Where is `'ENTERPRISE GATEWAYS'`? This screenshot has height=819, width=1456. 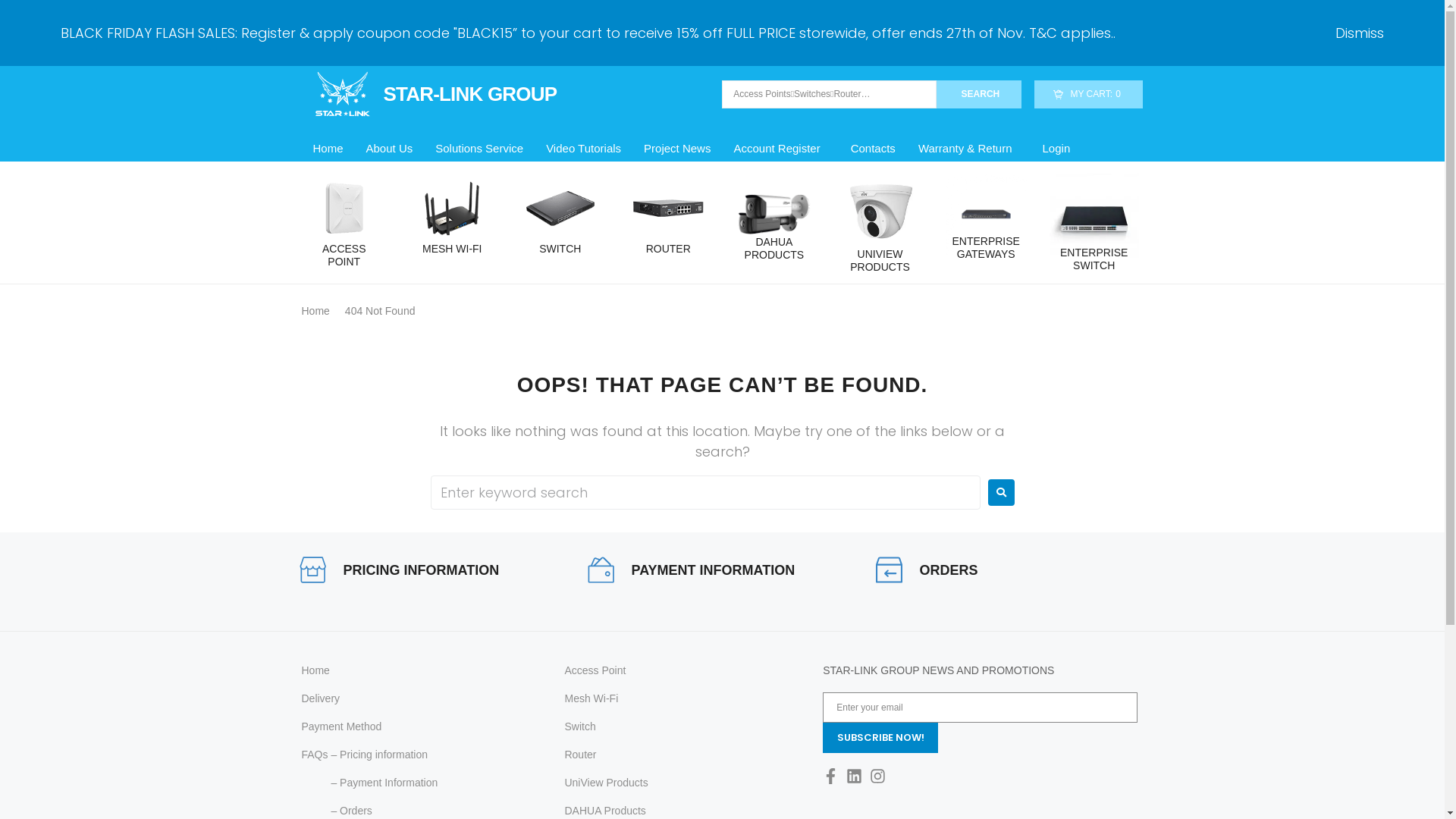 'ENTERPRISE GATEWAYS' is located at coordinates (945, 247).